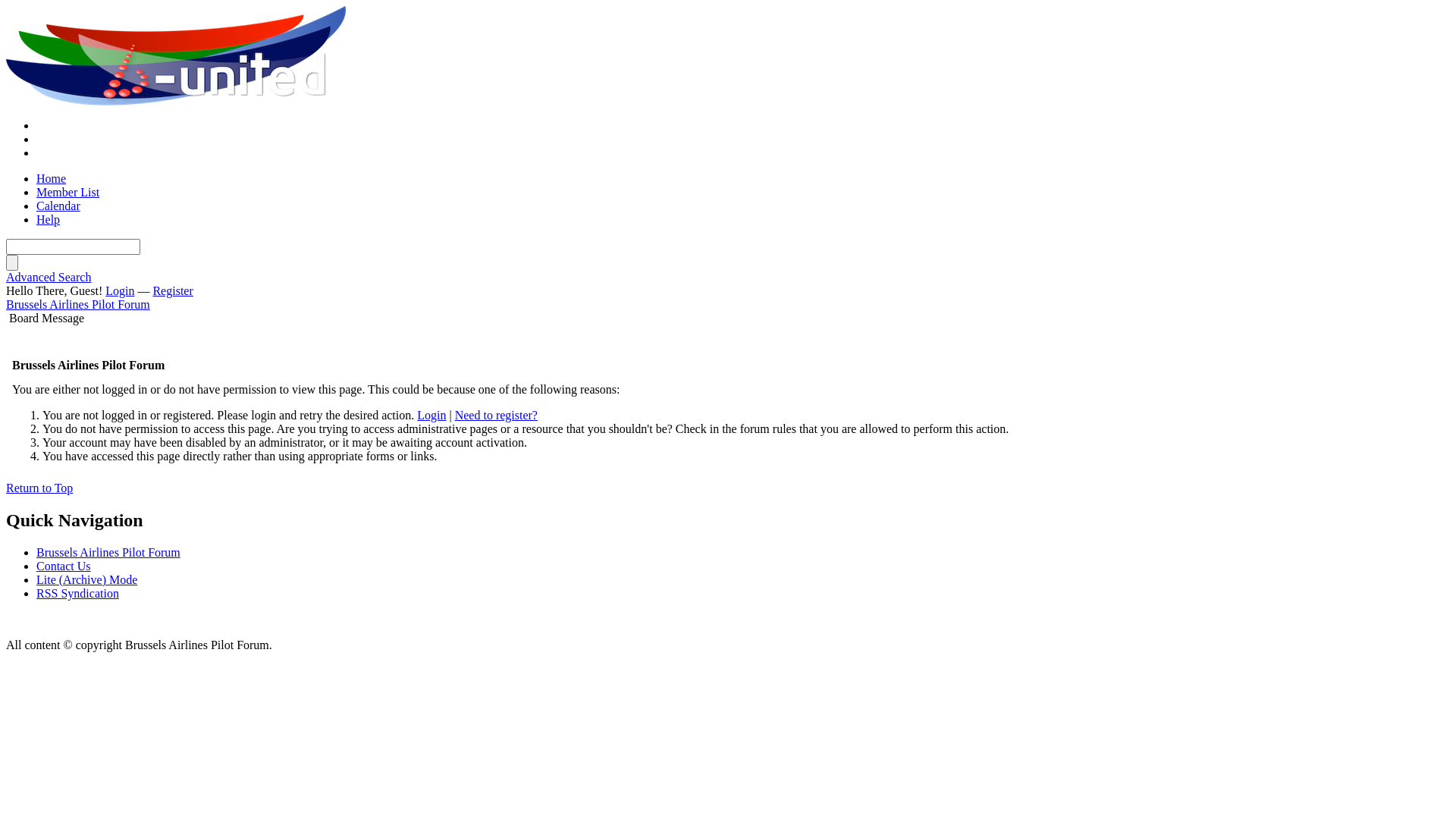  Describe the element at coordinates (6, 55) in the screenshot. I see `'Brussels Airlines Pilot Forum'` at that location.